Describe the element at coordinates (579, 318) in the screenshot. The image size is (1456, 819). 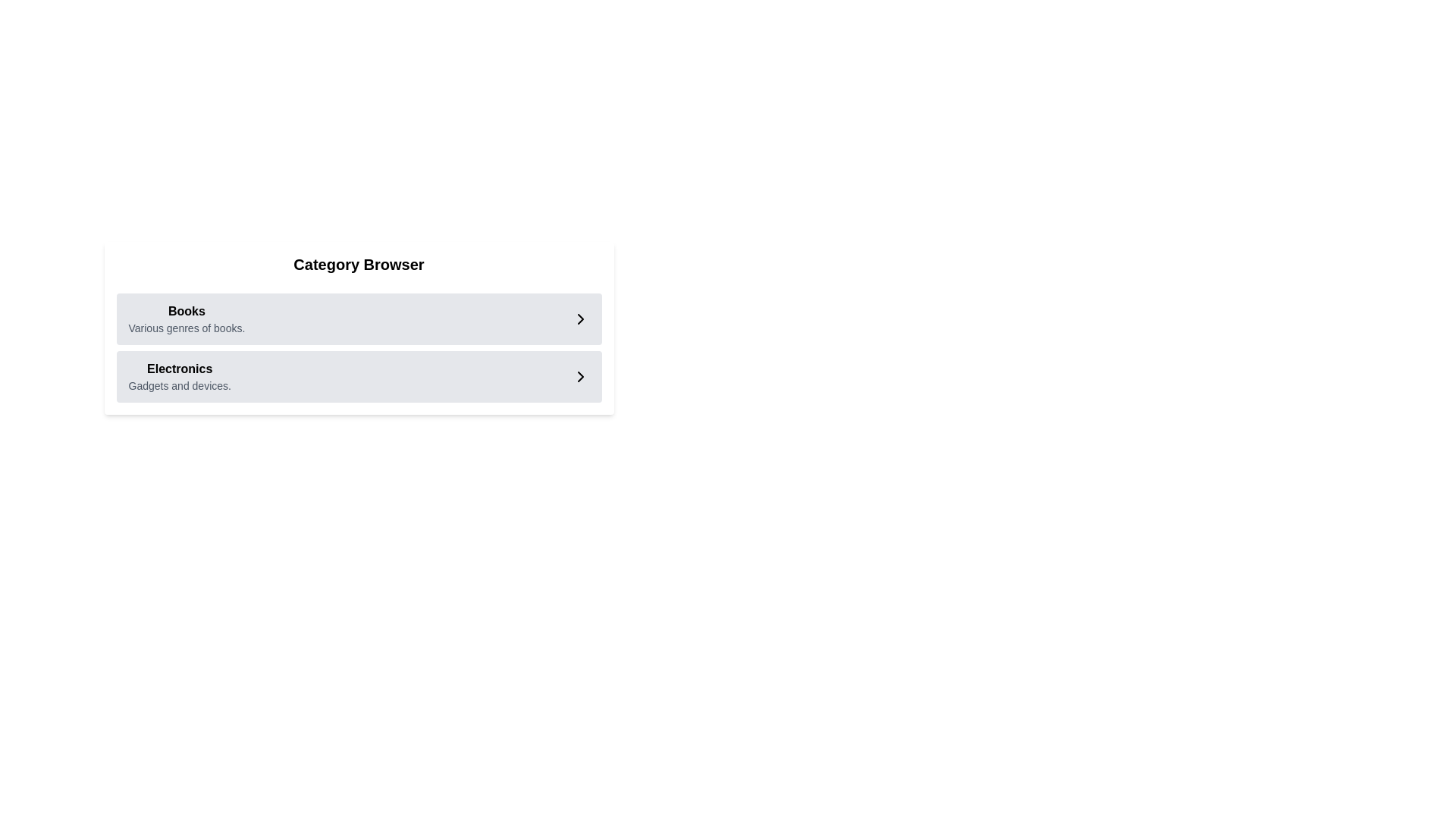
I see `the chevron icon located on the rightmost side of the 'Books' list item row` at that location.